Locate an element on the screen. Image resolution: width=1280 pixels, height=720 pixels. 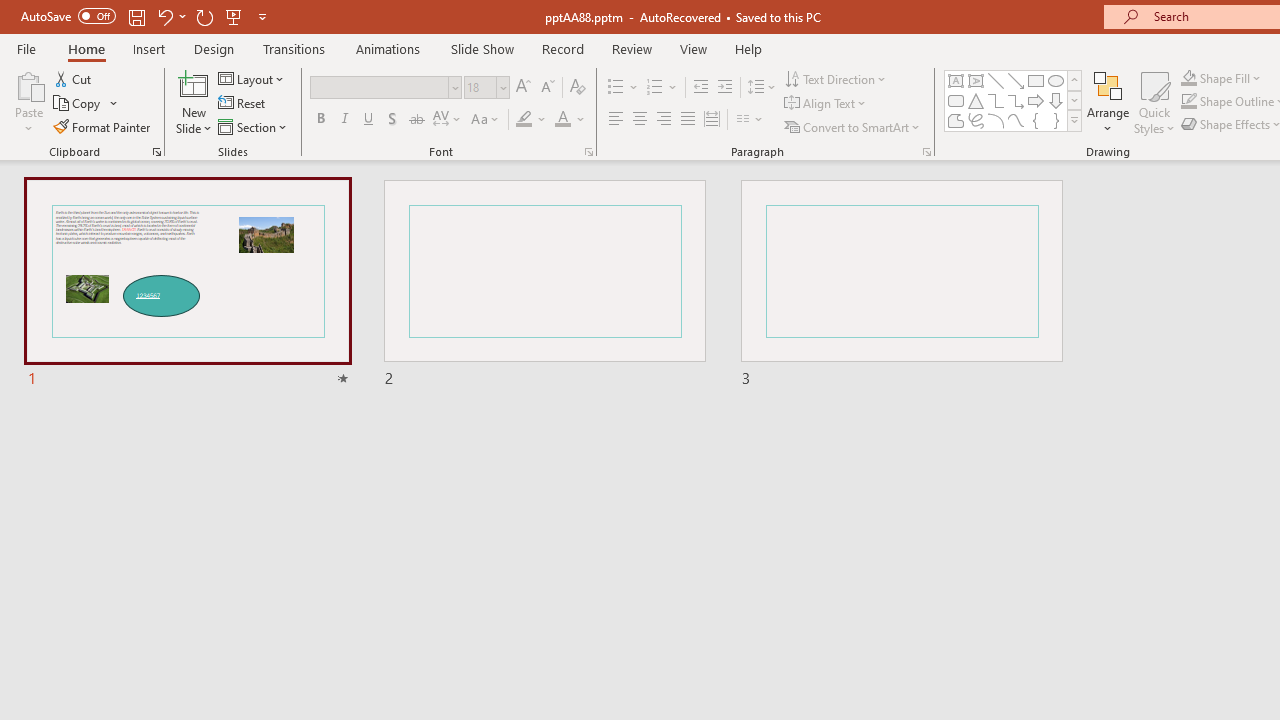
'Rectangle' is located at coordinates (1036, 80).